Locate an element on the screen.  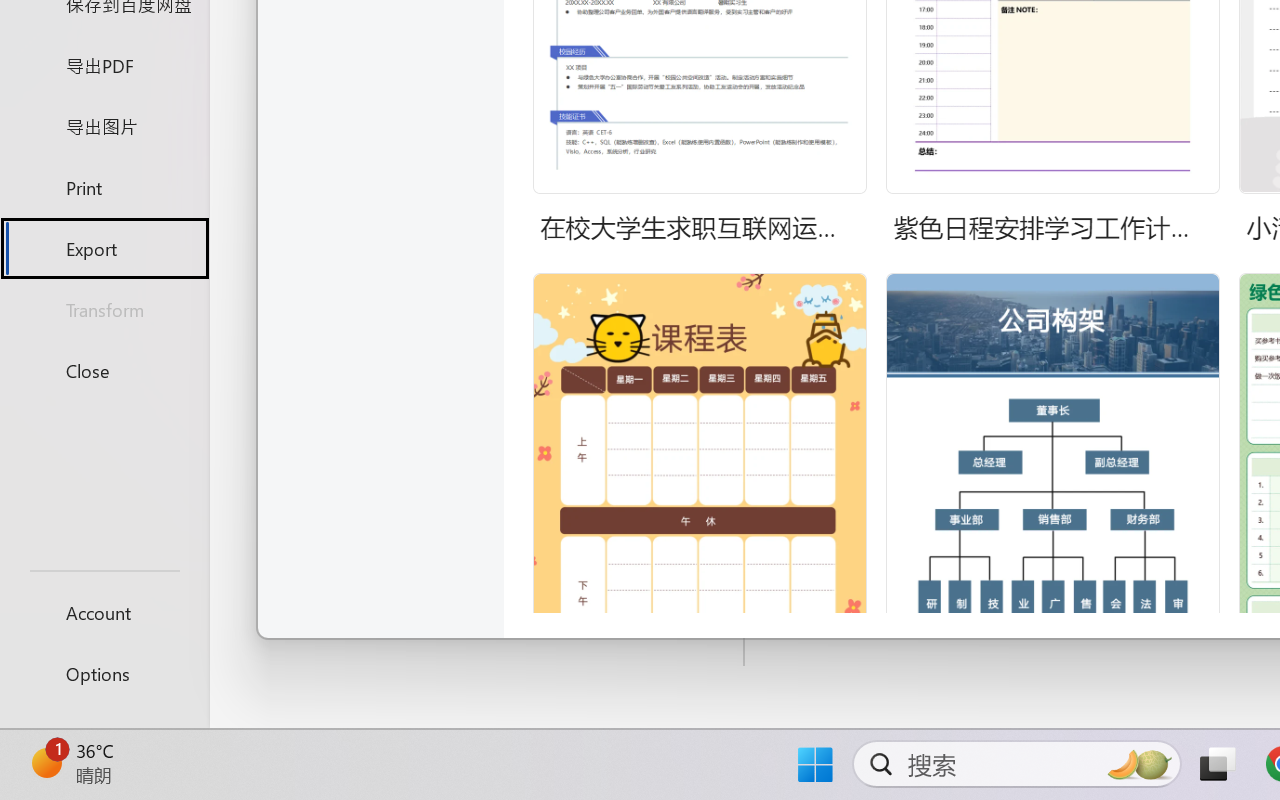
'Print' is located at coordinates (103, 186).